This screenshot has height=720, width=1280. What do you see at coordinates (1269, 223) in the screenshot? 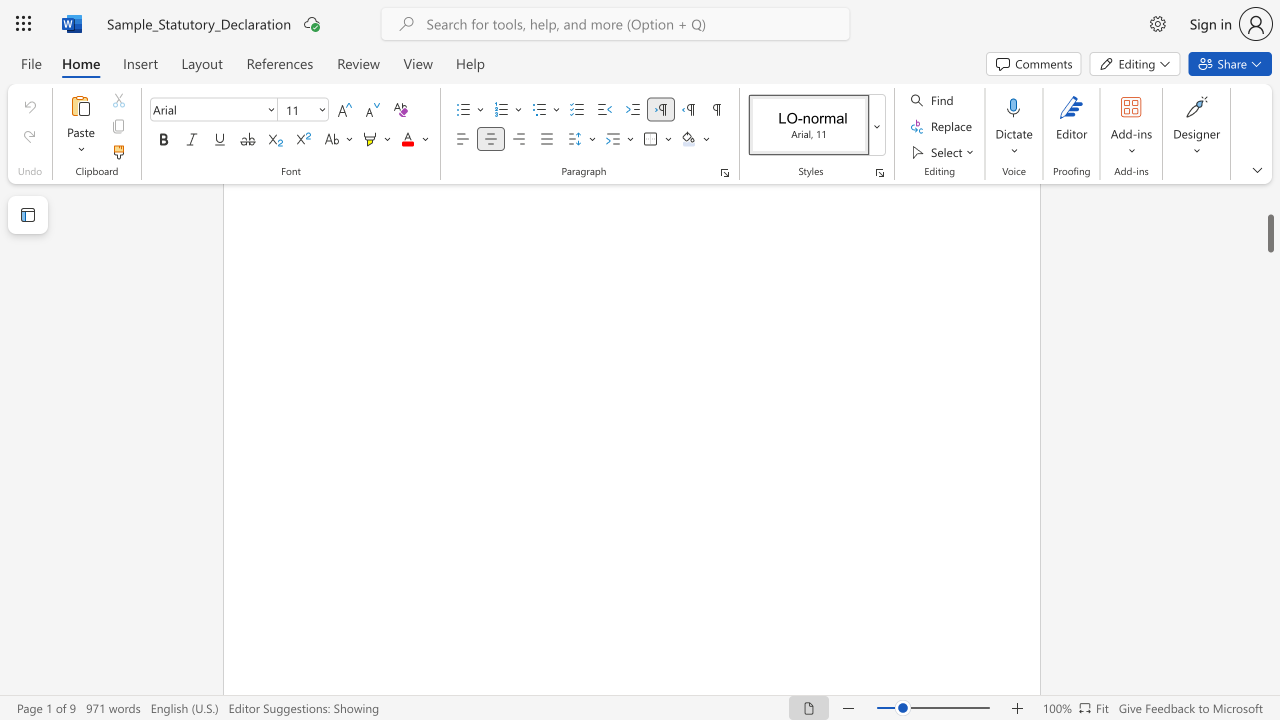
I see `the scrollbar and move down 5440 pixels` at bounding box center [1269, 223].